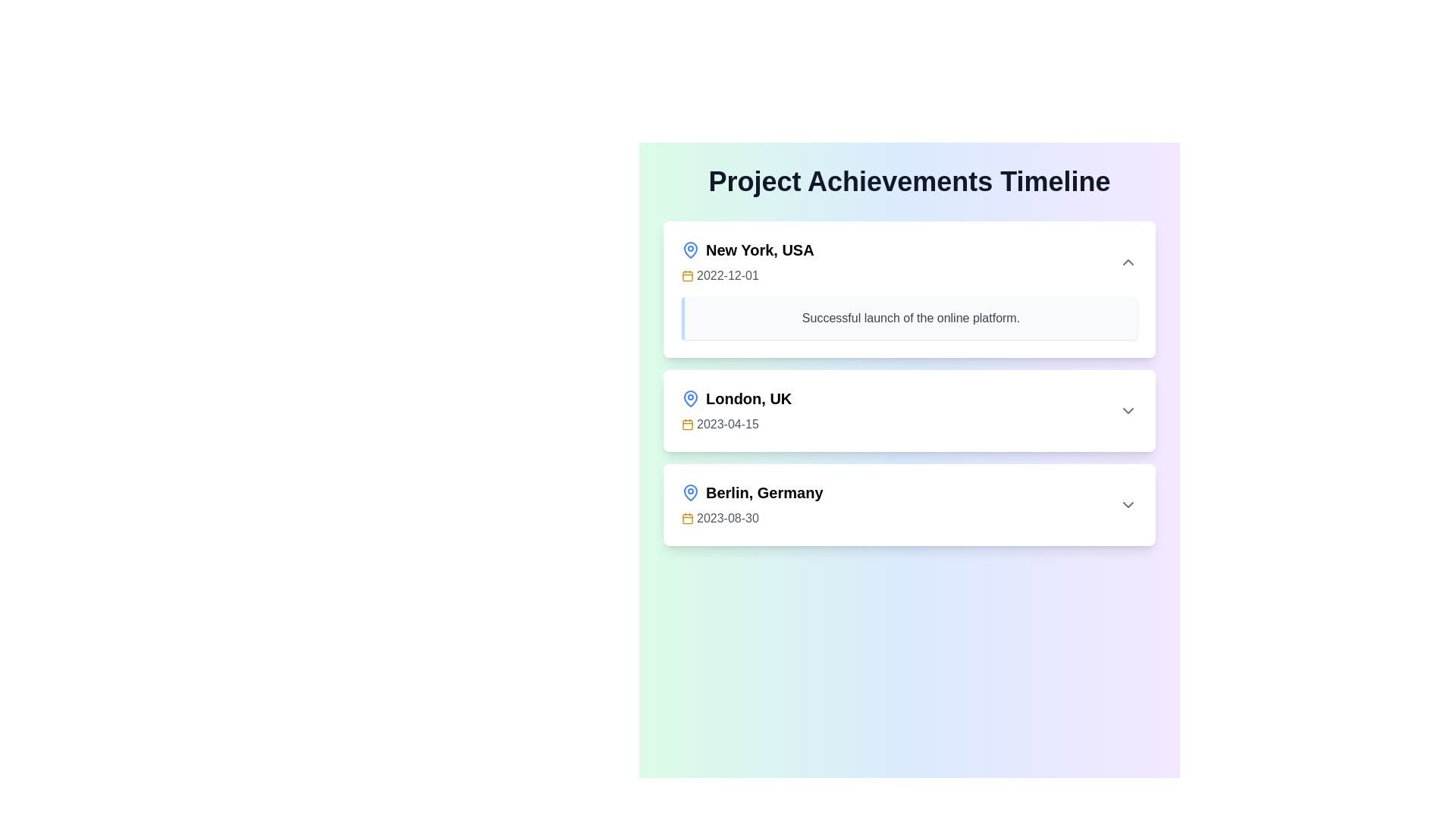 The image size is (1456, 819). I want to click on the Text Label with Icon displaying the location 'Berlin, Germany' for more information, so click(752, 493).